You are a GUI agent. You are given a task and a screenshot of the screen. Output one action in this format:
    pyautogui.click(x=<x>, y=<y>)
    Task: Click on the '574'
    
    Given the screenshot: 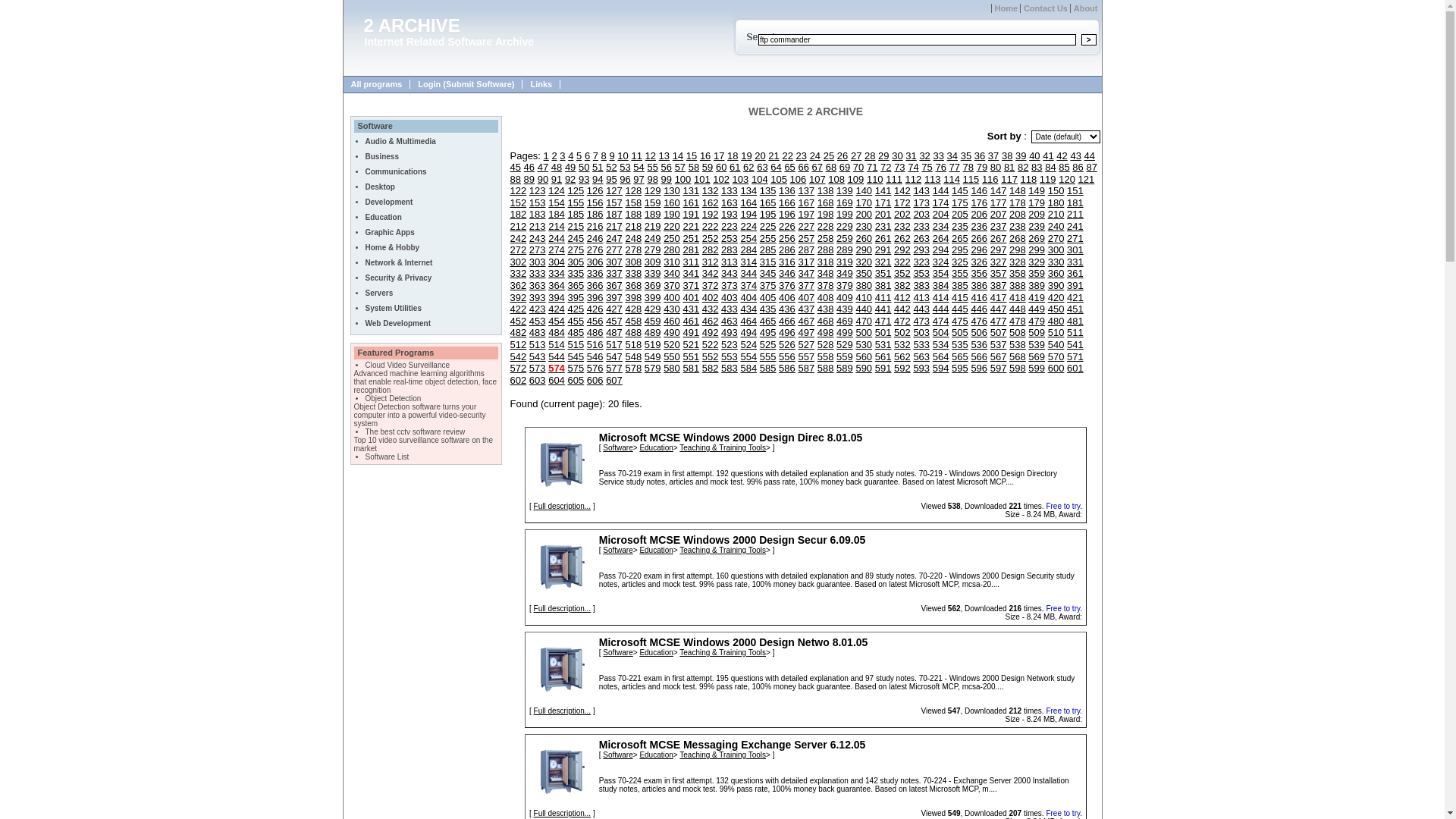 What is the action you would take?
    pyautogui.click(x=556, y=368)
    